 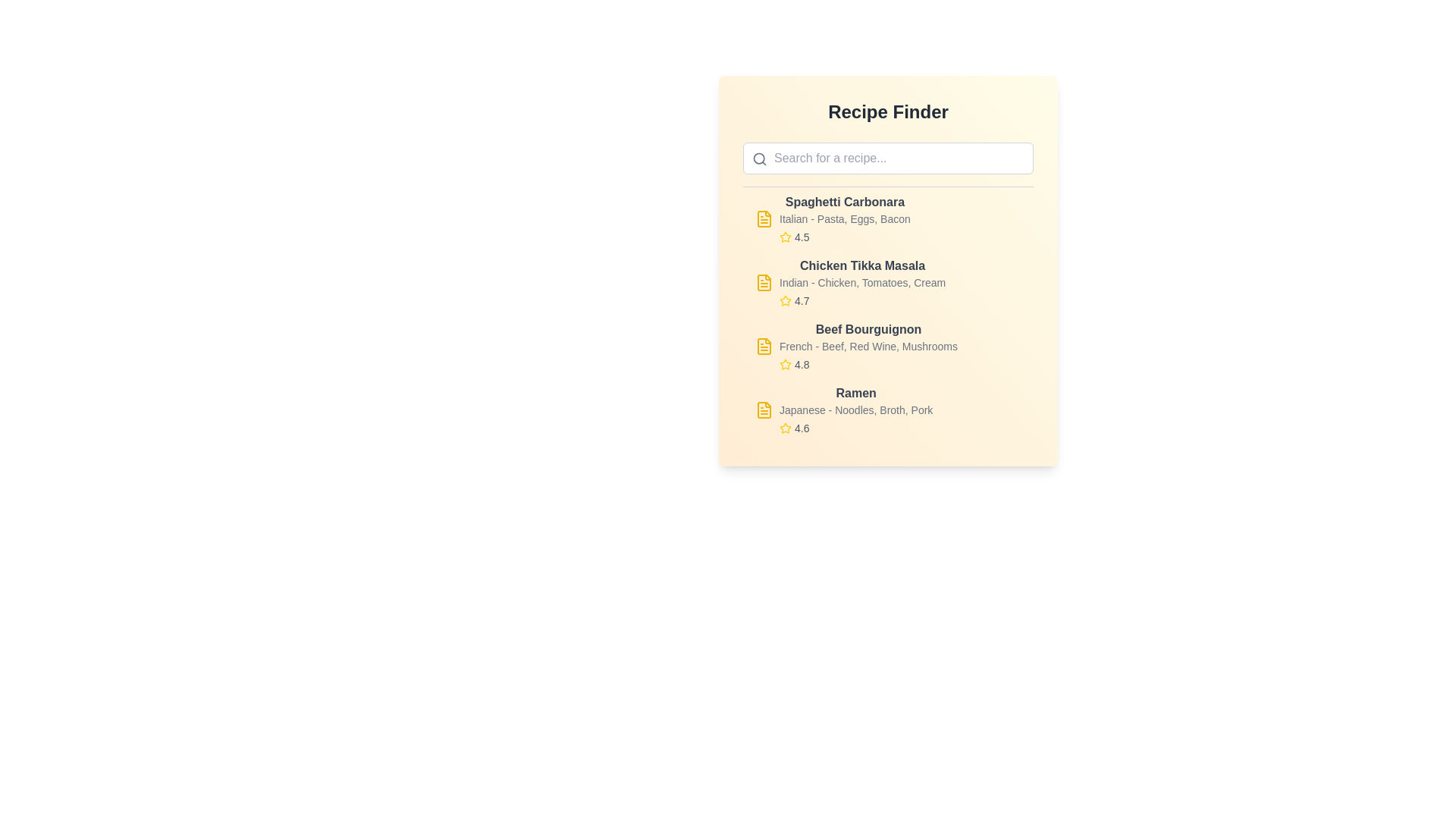 I want to click on the icon representing the 'Spaghetti Carbonara' recipe, which is the first among similar icons in the list, located to the left of the recipe title, so click(x=764, y=219).